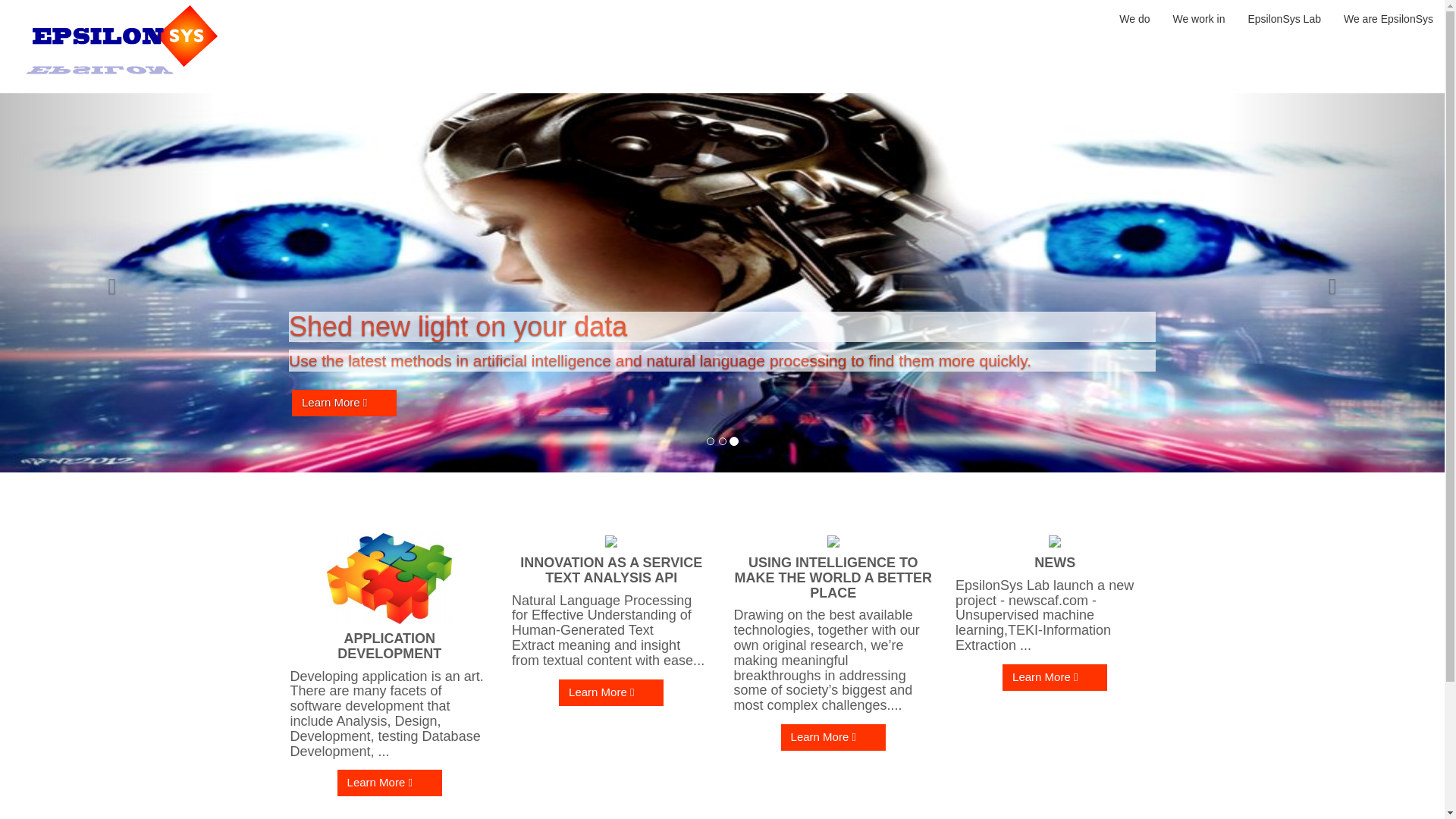 This screenshot has width=1456, height=819. What do you see at coordinates (1331, 18) in the screenshot?
I see `'We are EpsilonSys'` at bounding box center [1331, 18].